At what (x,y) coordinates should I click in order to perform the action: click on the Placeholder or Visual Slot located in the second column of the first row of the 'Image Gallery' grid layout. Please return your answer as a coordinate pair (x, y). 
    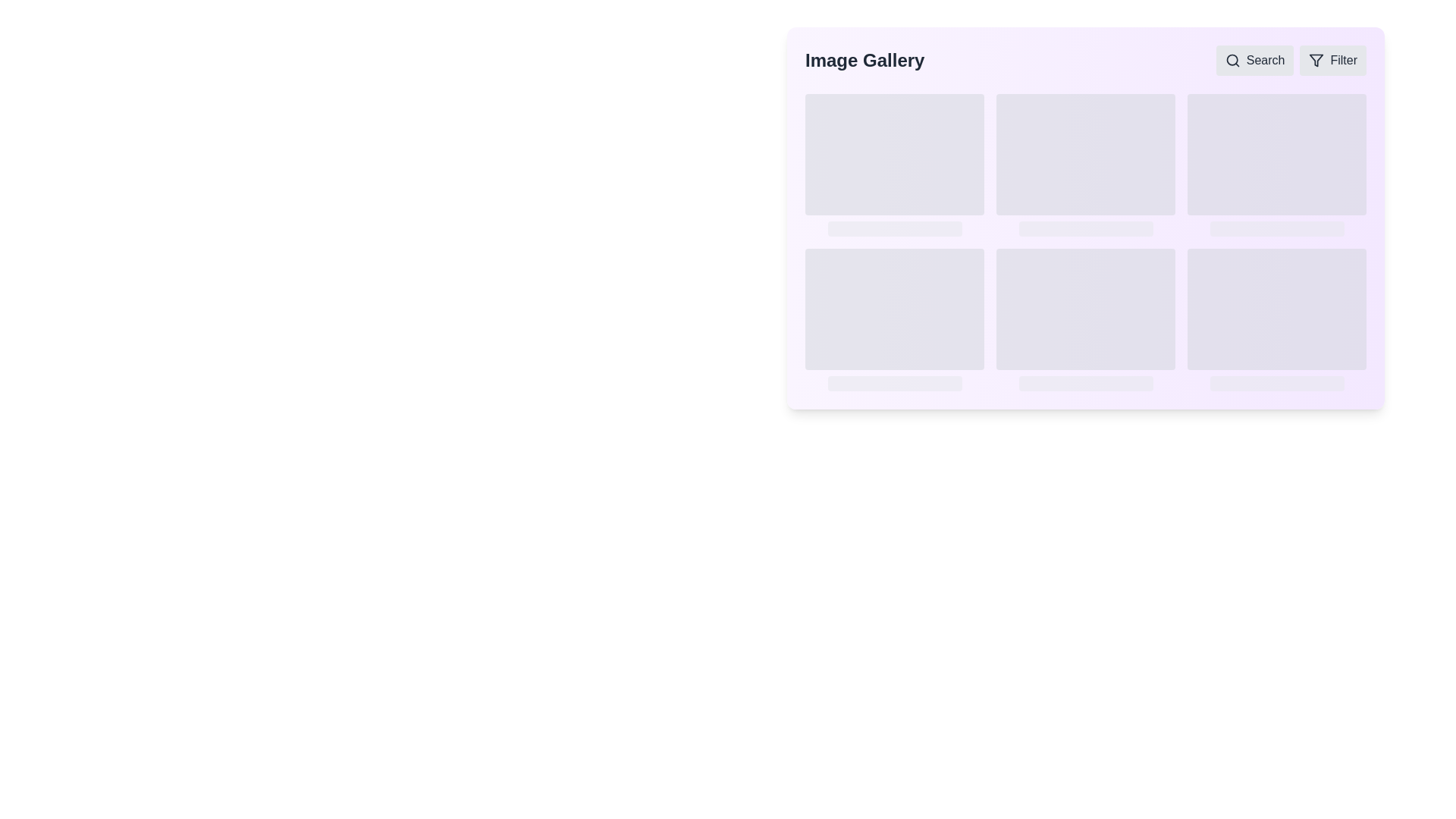
    Looking at the image, I should click on (1084, 155).